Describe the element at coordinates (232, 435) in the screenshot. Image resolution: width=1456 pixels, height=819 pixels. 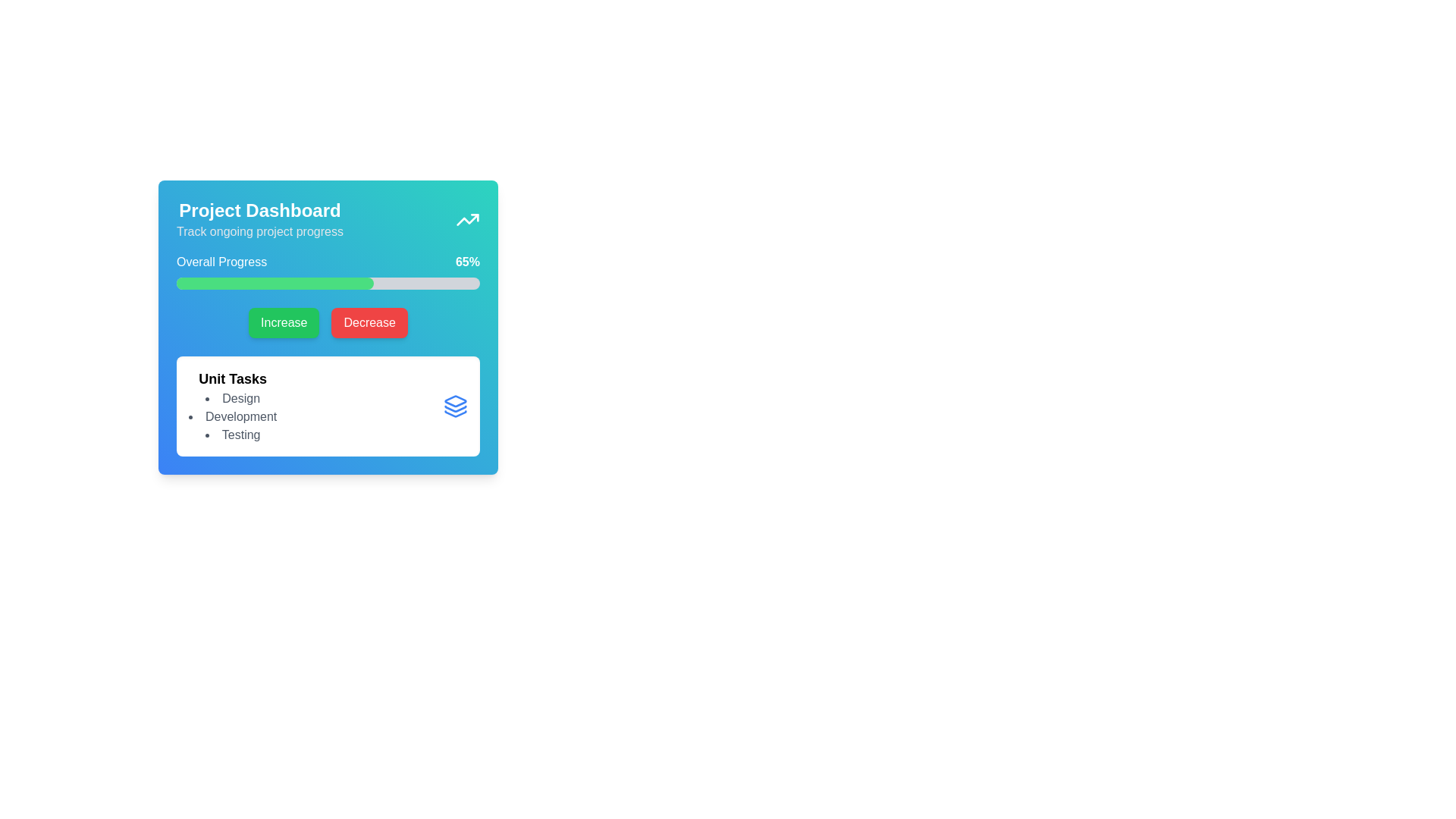
I see `the static text label displaying 'Testing' located at the bottom of the 'Unit Tasks' card interface` at that location.